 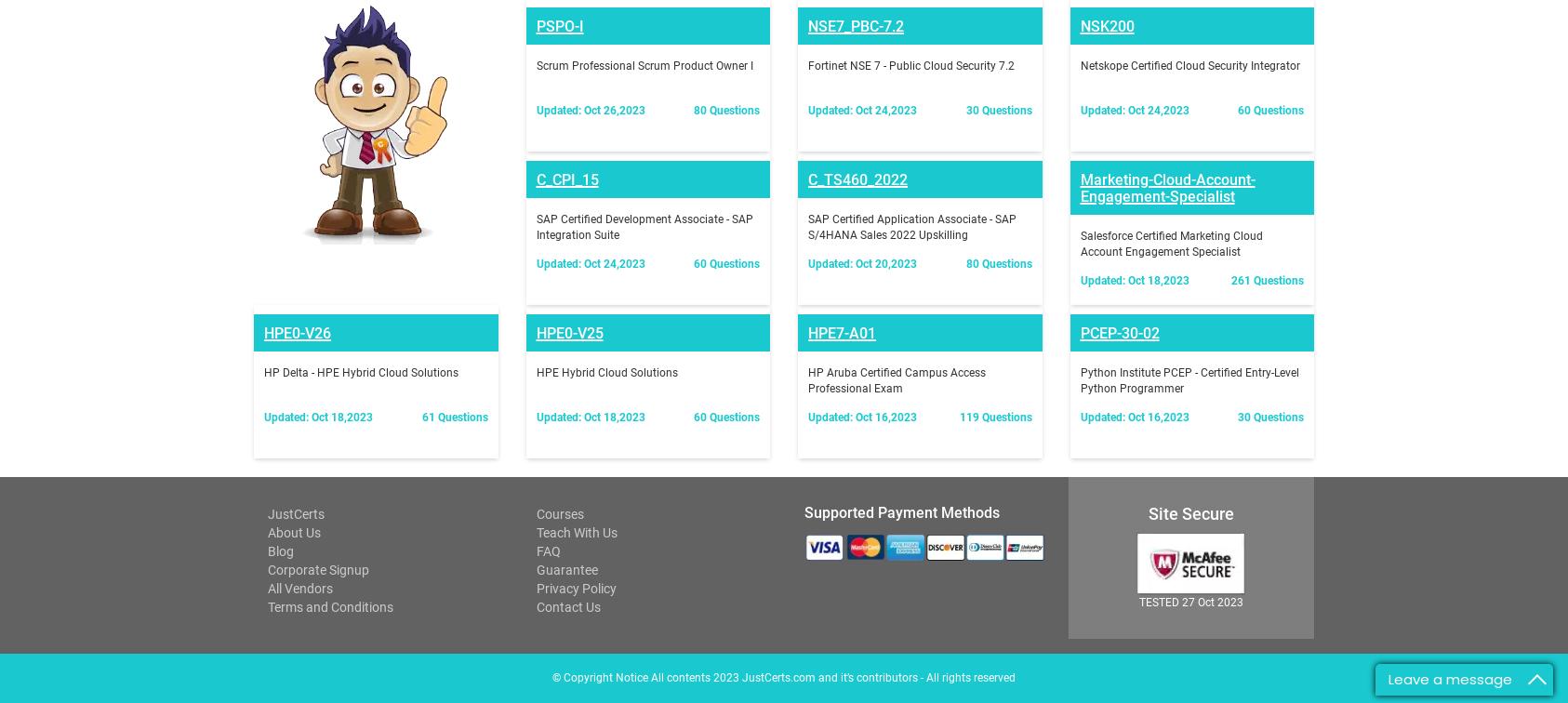 What do you see at coordinates (568, 91) in the screenshot?
I see `'HPE0-V25'` at bounding box center [568, 91].